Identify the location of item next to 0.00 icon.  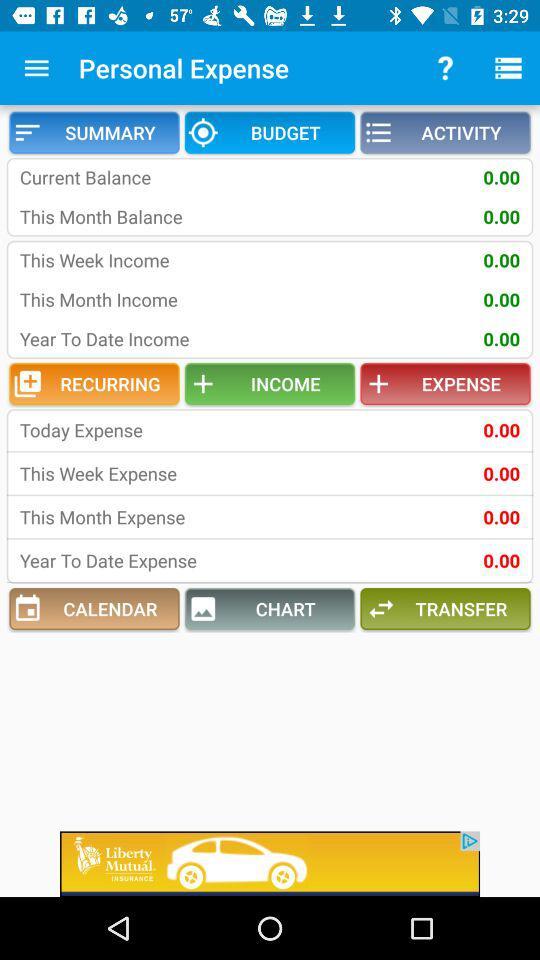
(149, 430).